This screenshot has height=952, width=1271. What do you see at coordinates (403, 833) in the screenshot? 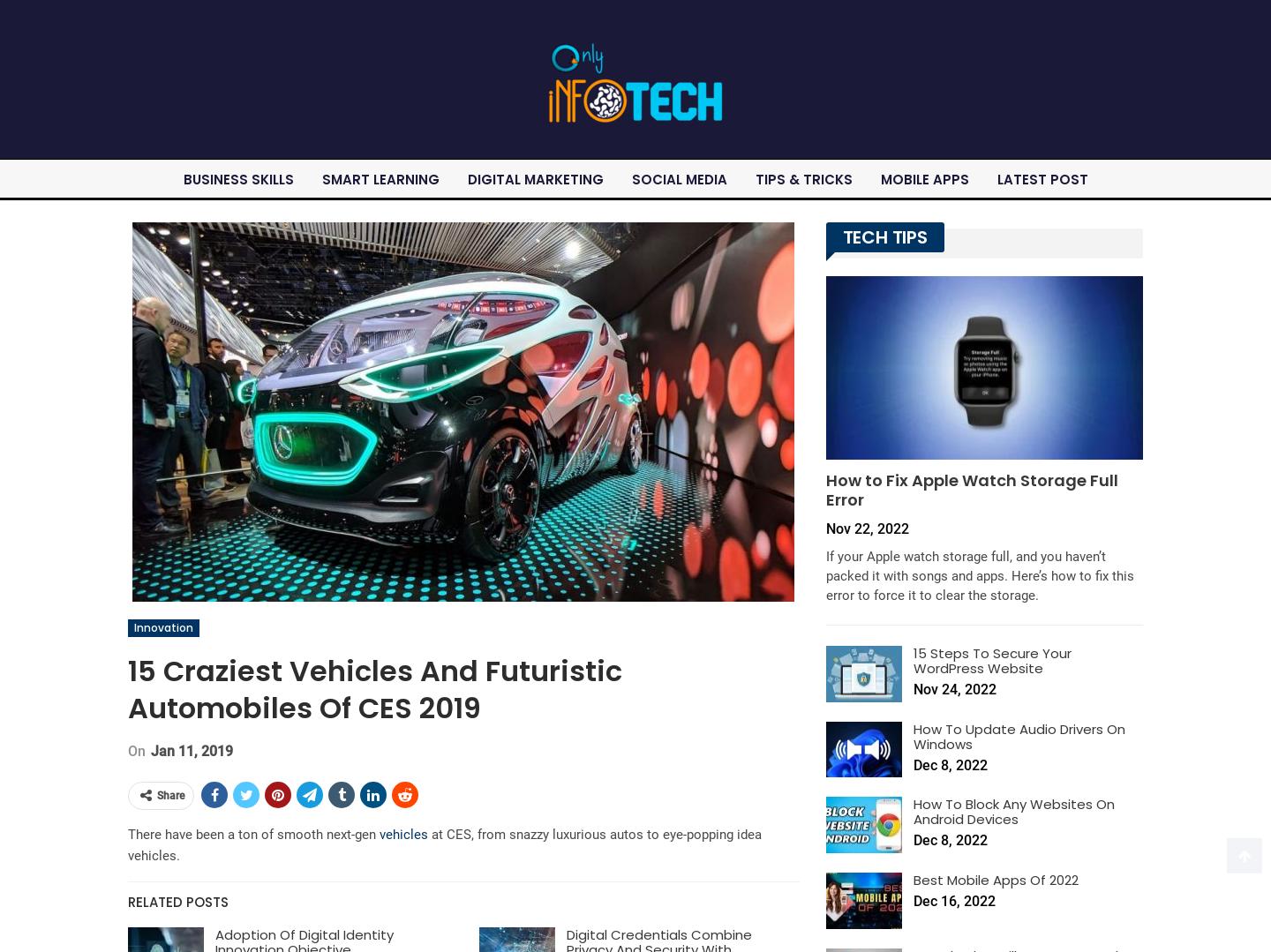
I see `'vehicles'` at bounding box center [403, 833].